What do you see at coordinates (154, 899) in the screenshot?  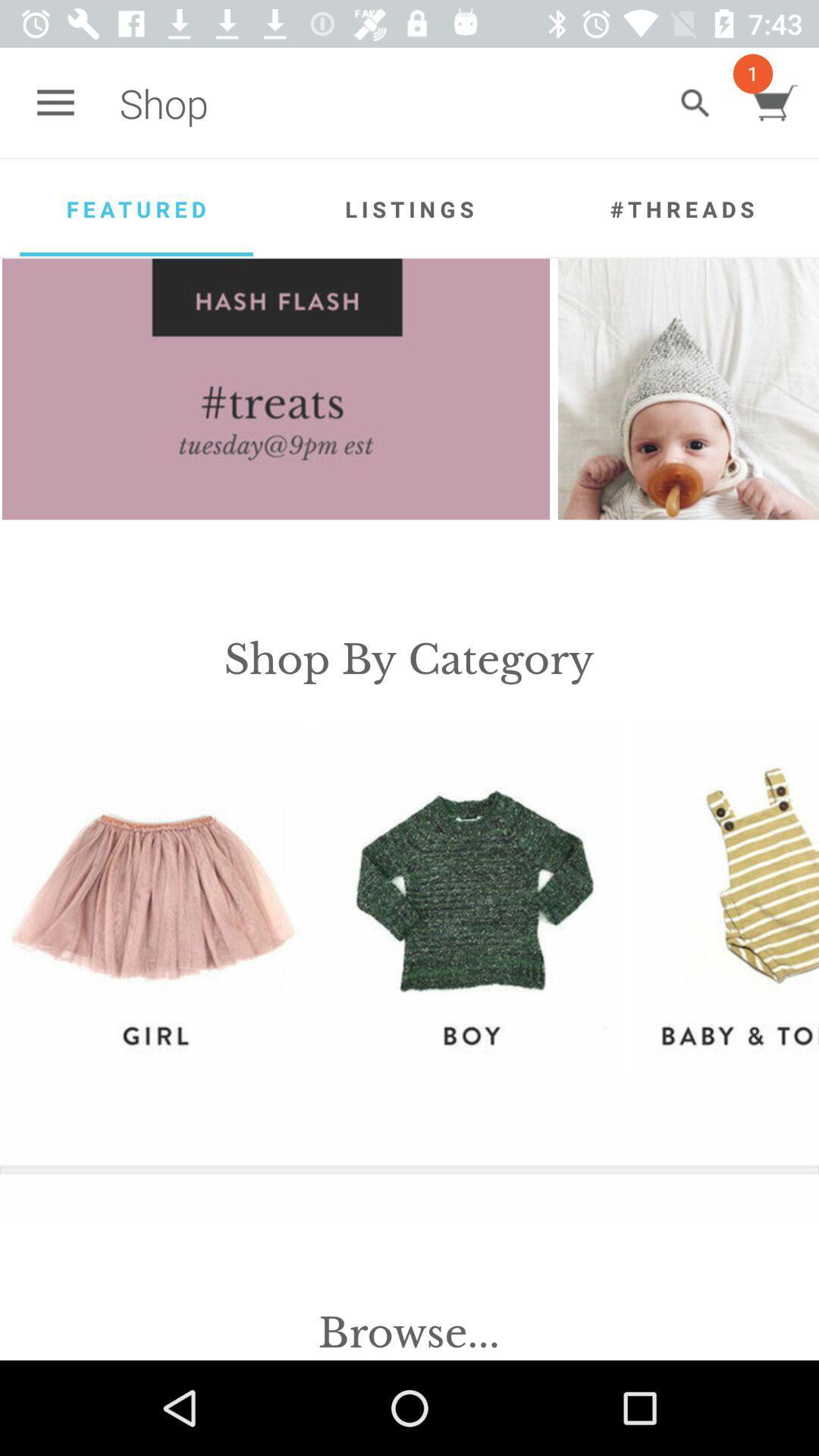 I see `girl category` at bounding box center [154, 899].